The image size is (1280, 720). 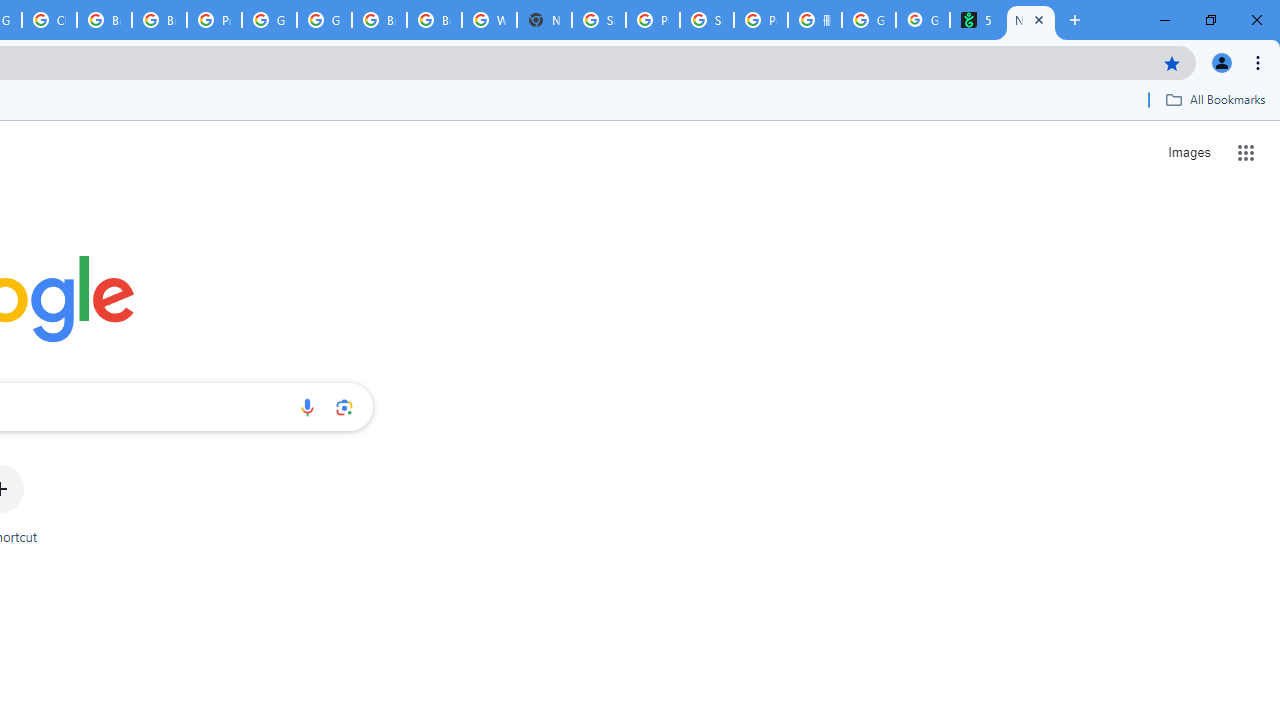 What do you see at coordinates (598, 20) in the screenshot?
I see `'Sign in - Google Accounts'` at bounding box center [598, 20].